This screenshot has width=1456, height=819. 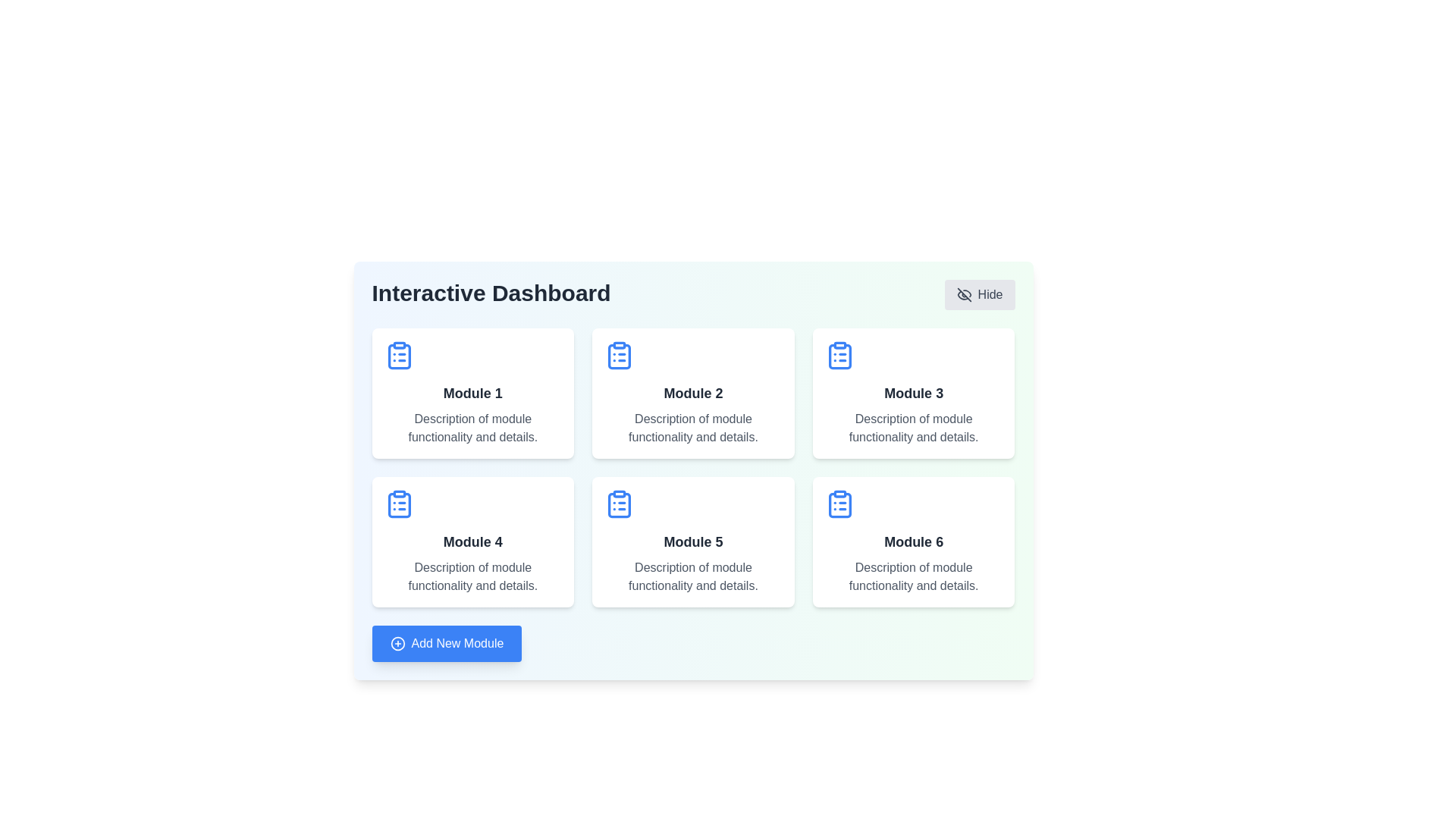 What do you see at coordinates (963, 295) in the screenshot?
I see `the crossed-out eye icon, which is located within the gray 'Hide' button at the top-right corner of the interface` at bounding box center [963, 295].